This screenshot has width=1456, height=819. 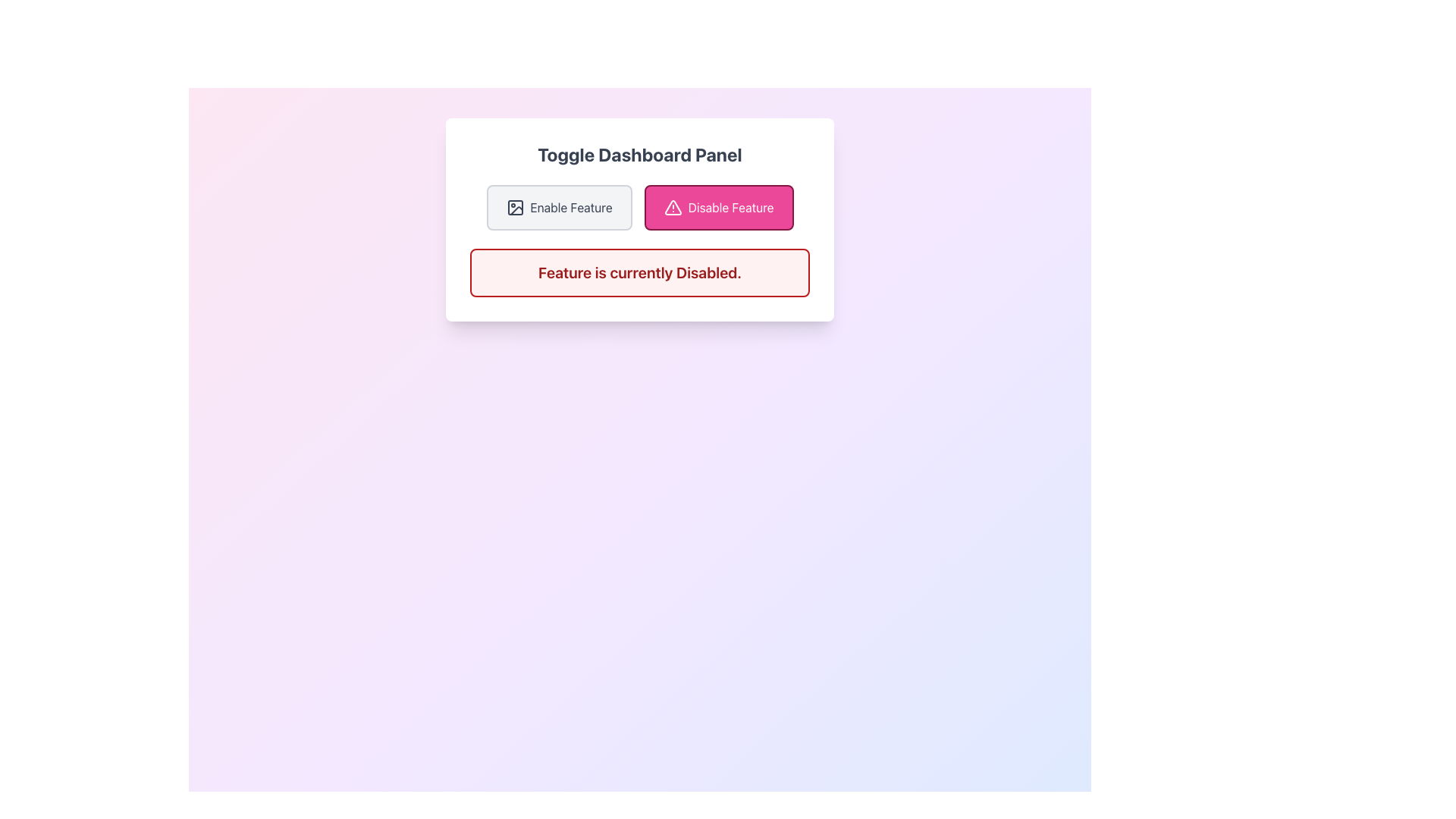 I want to click on the text label that indicates the feature is disabled, so click(x=640, y=271).